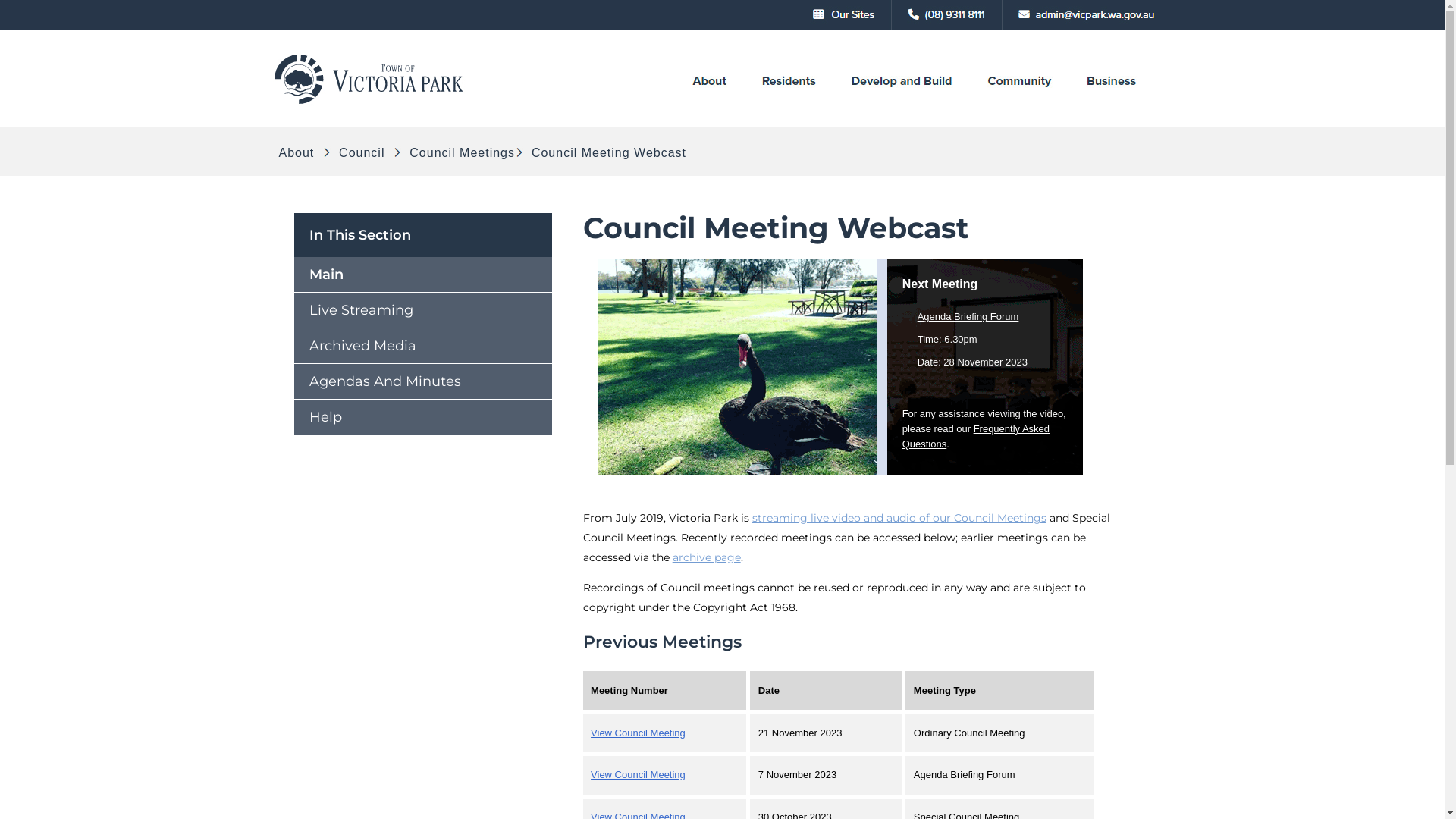 The height and width of the screenshot is (819, 1456). Describe the element at coordinates (1018, 102) in the screenshot. I see `'Community'` at that location.